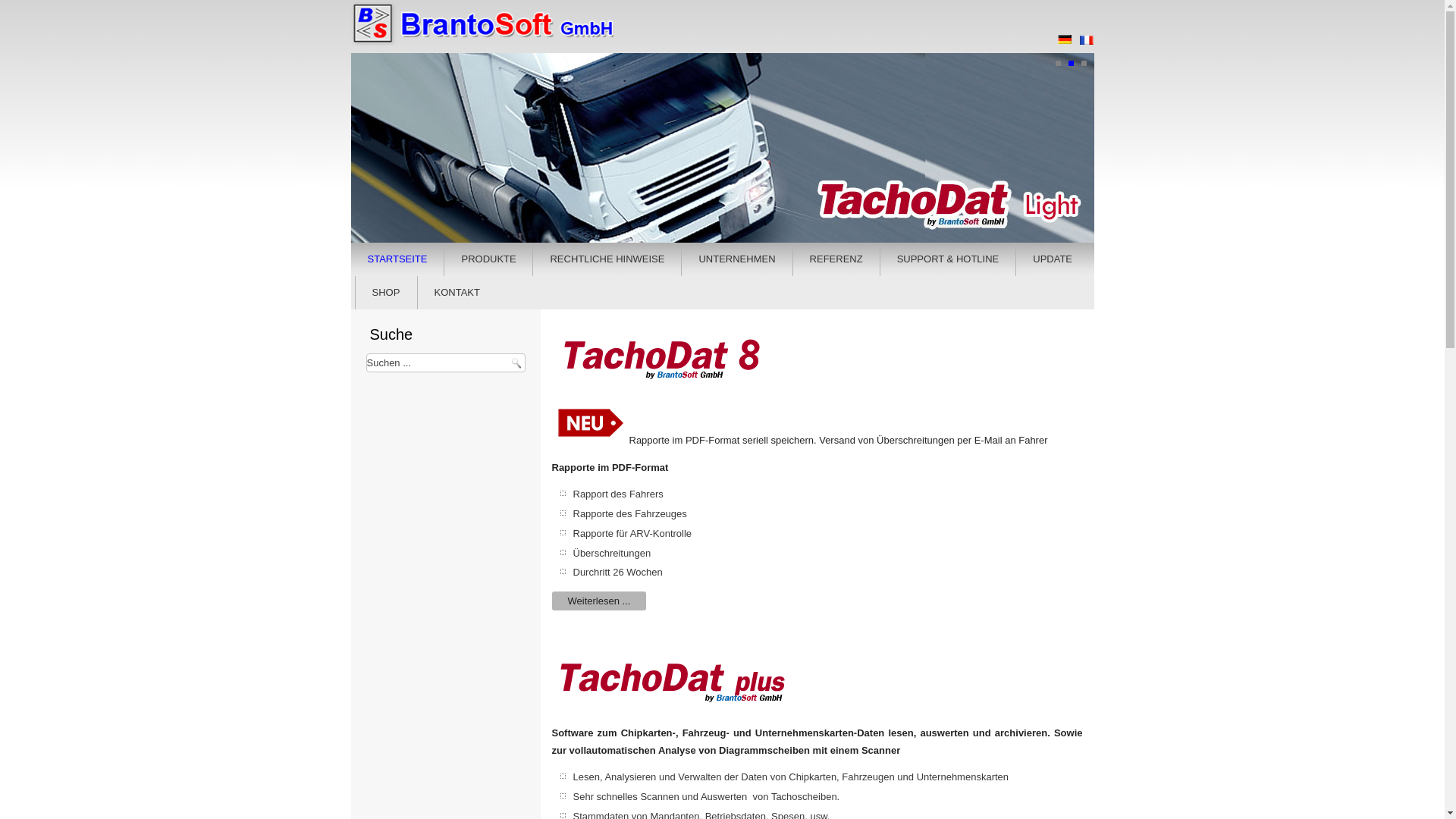 This screenshot has width=1456, height=819. What do you see at coordinates (386, 292) in the screenshot?
I see `'SHOP'` at bounding box center [386, 292].